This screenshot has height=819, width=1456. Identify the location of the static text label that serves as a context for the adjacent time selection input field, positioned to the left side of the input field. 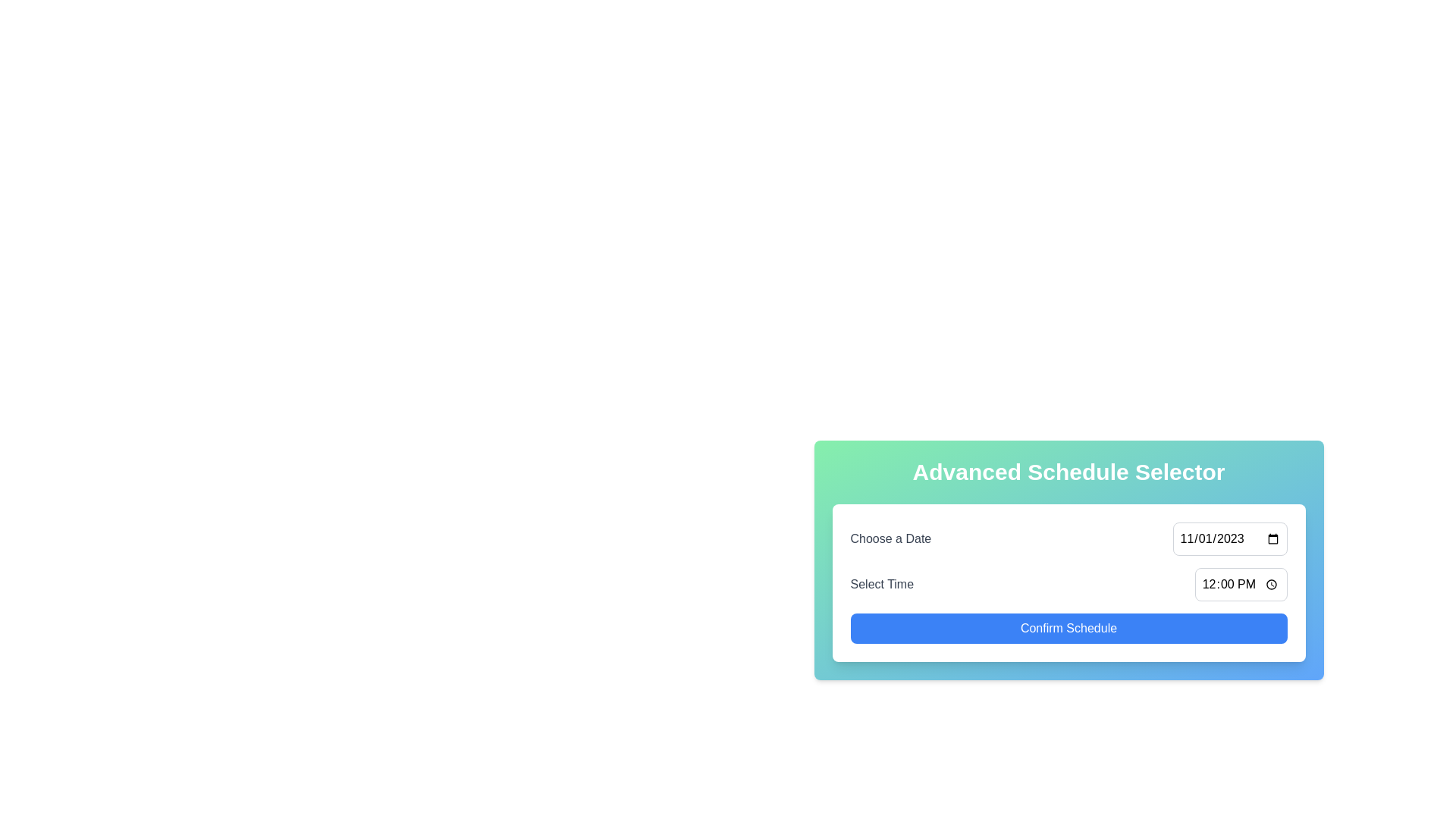
(882, 584).